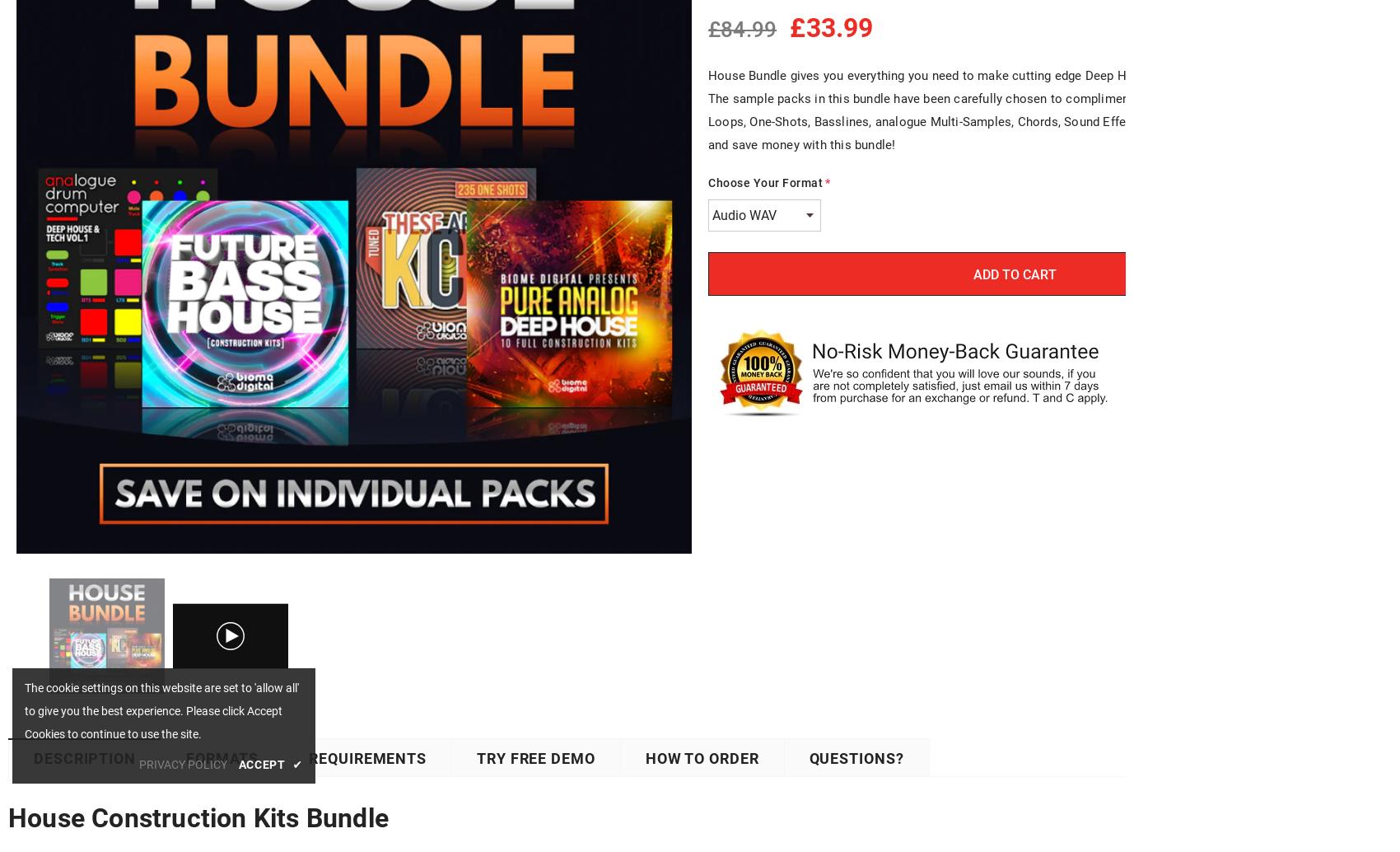 This screenshot has height=852, width=1400. Describe the element at coordinates (644, 757) in the screenshot. I see `'How To Order'` at that location.